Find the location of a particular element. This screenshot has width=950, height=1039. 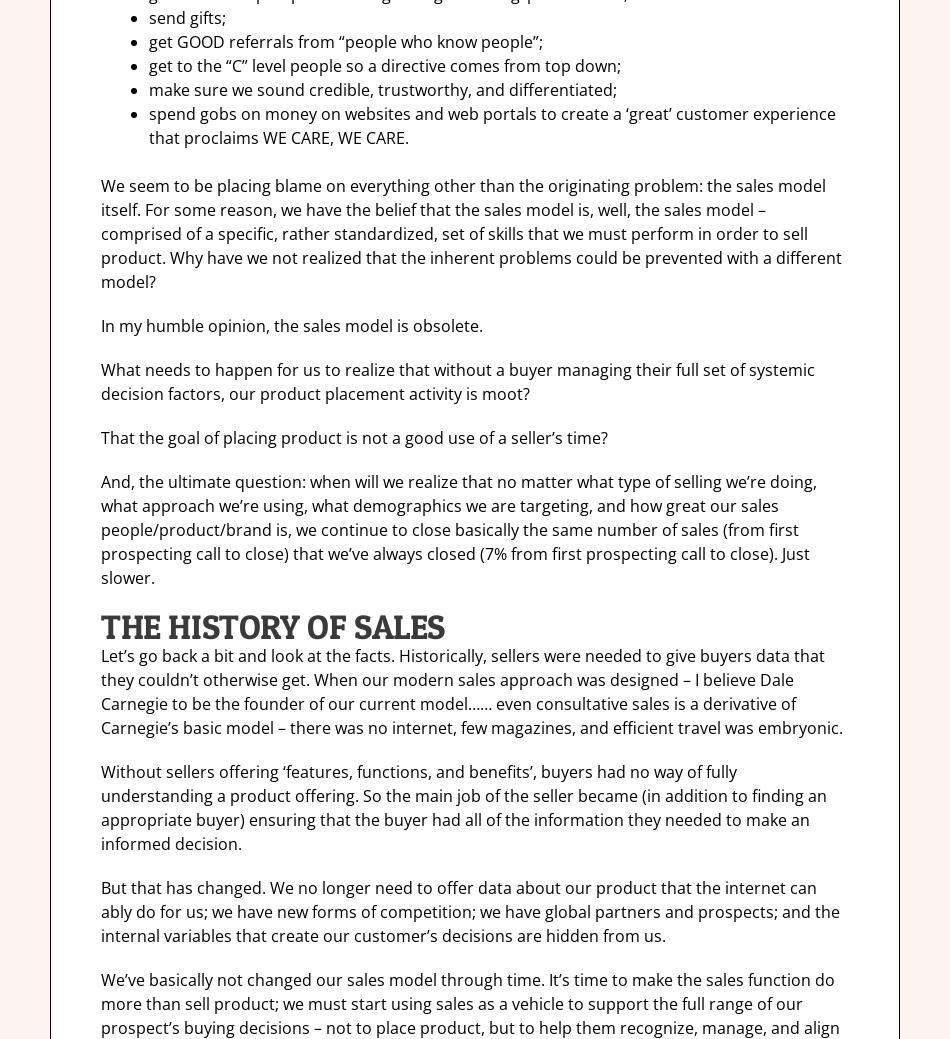

'THE HISTORY OF SALES' is located at coordinates (272, 626).